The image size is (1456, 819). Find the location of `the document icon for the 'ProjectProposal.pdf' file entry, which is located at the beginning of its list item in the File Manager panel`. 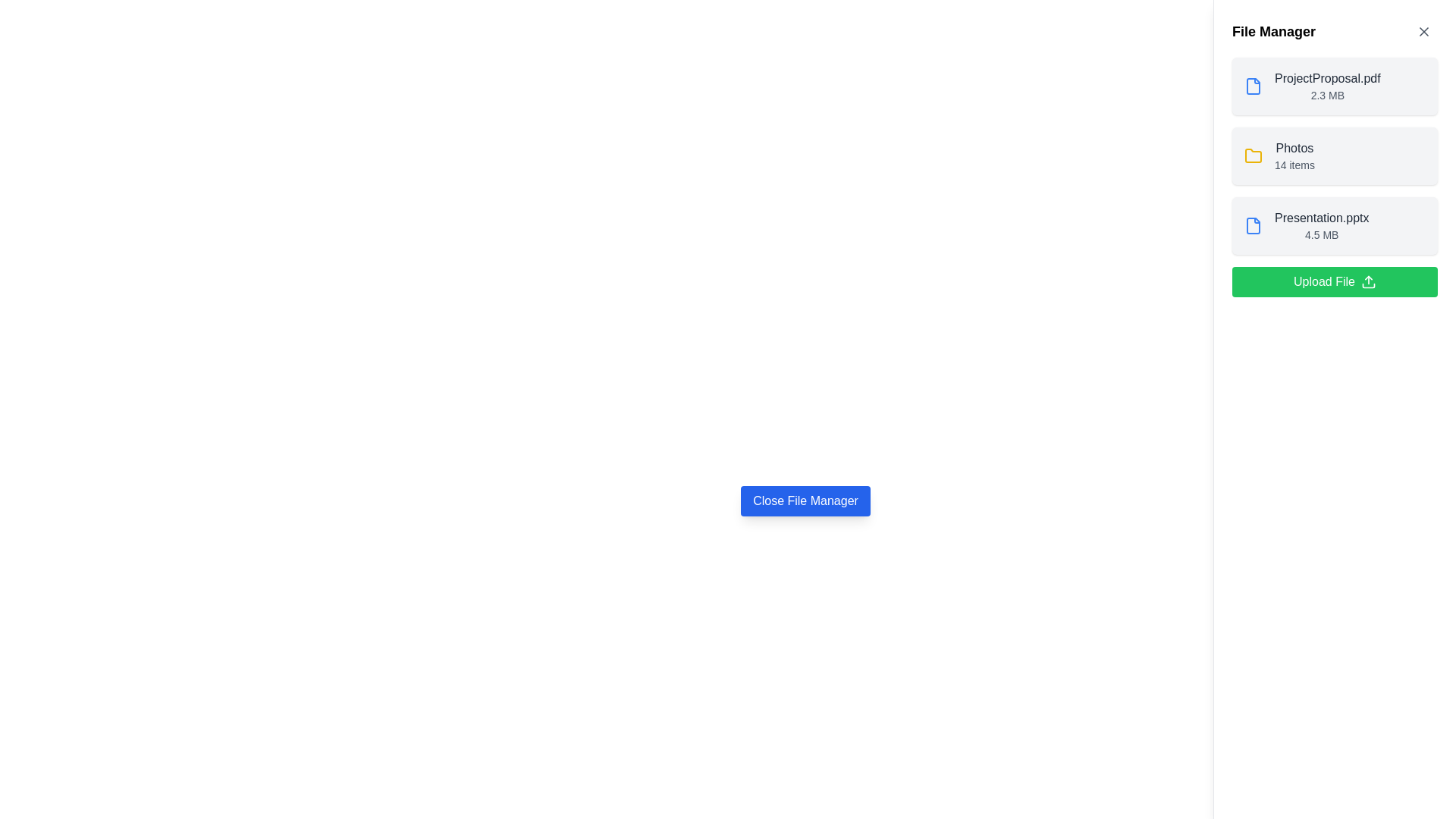

the document icon for the 'ProjectProposal.pdf' file entry, which is located at the beginning of its list item in the File Manager panel is located at coordinates (1253, 86).